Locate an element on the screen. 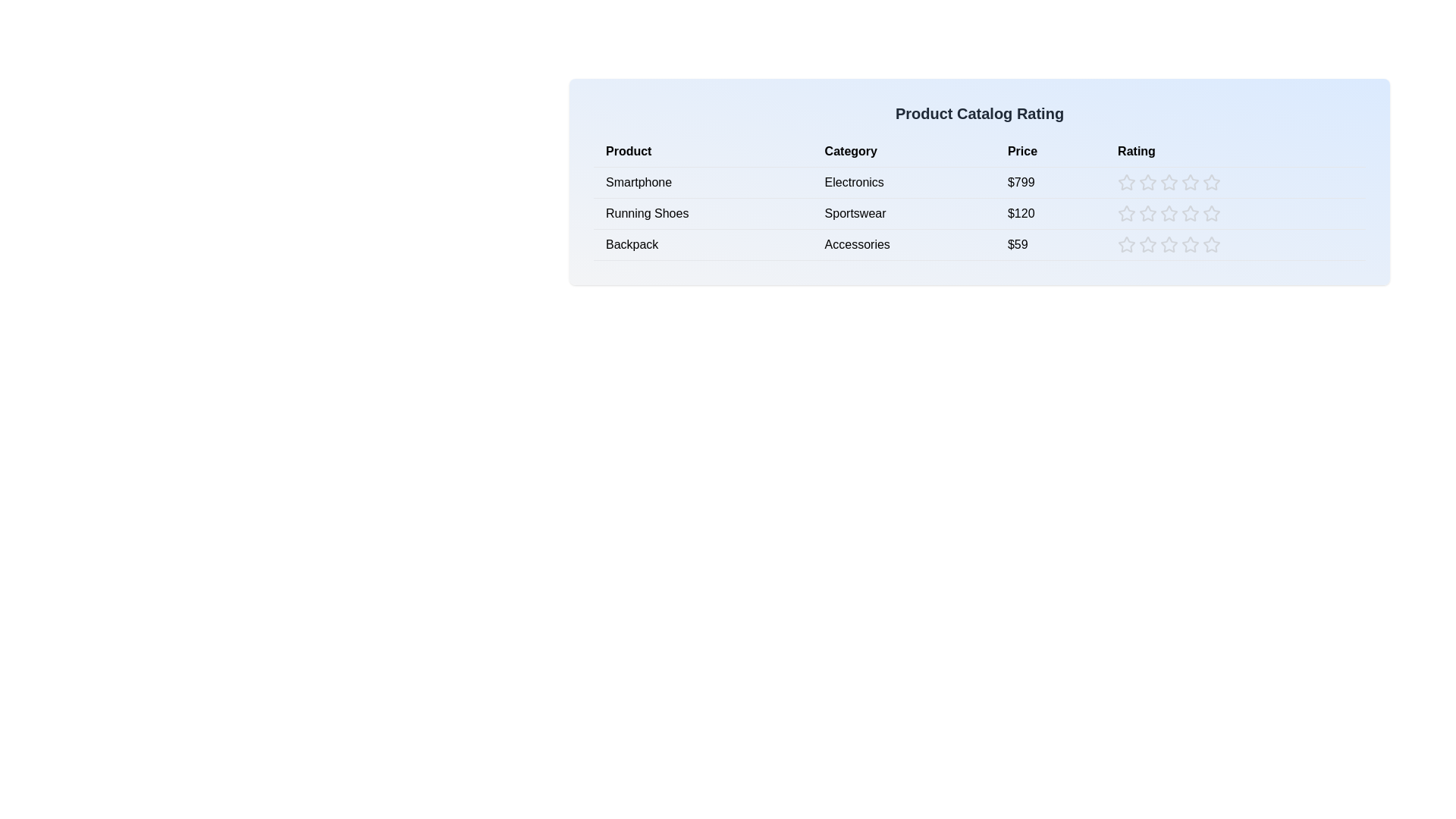  the rating for a product to 3 stars is located at coordinates (1169, 181).